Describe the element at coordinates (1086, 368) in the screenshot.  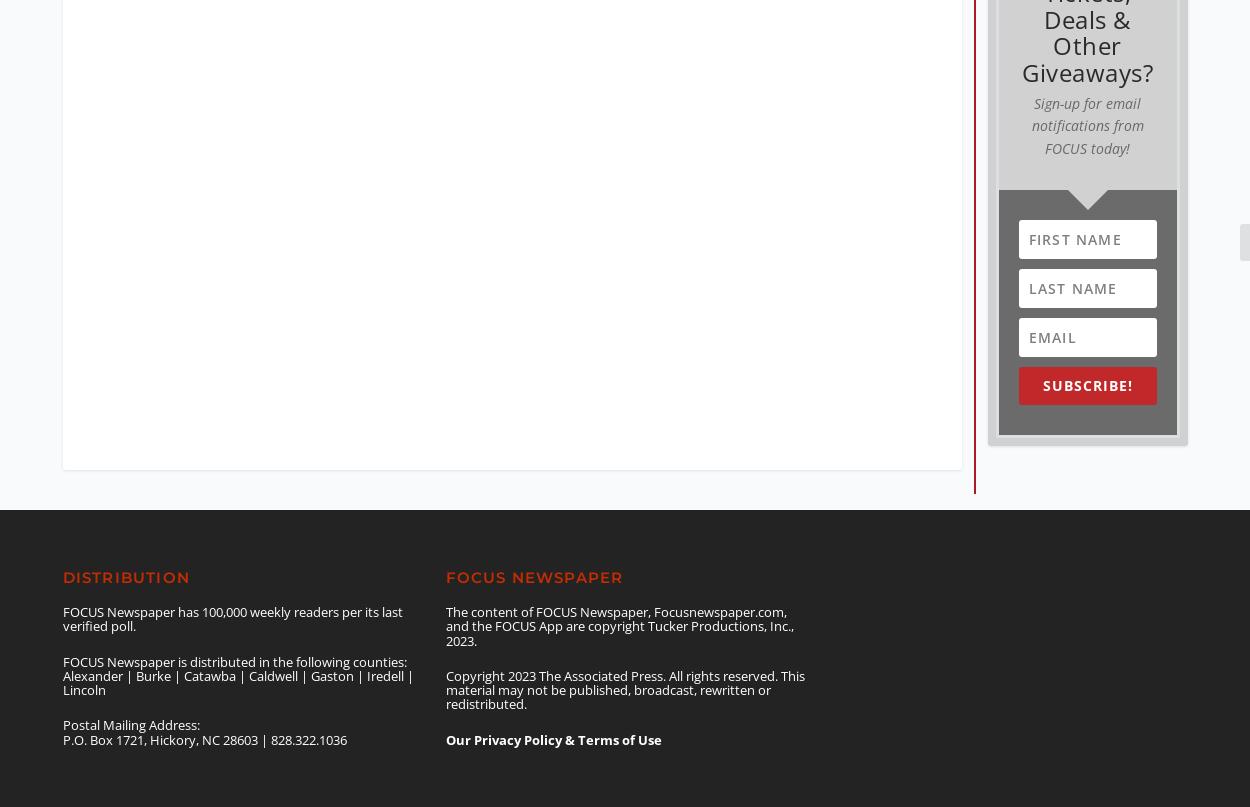
I see `'SUBSCRIBE!'` at that location.